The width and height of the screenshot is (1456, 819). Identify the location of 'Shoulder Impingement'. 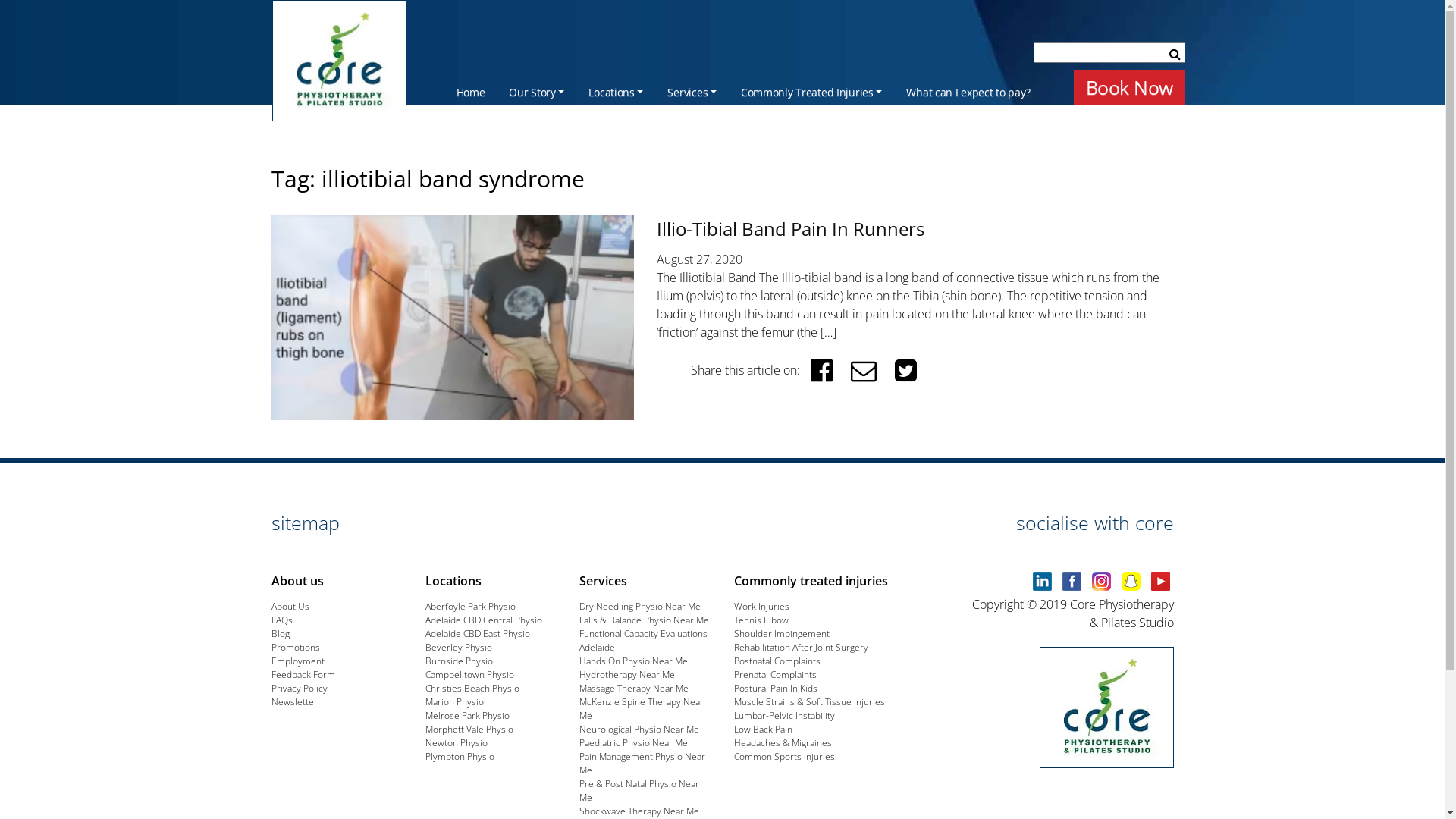
(782, 633).